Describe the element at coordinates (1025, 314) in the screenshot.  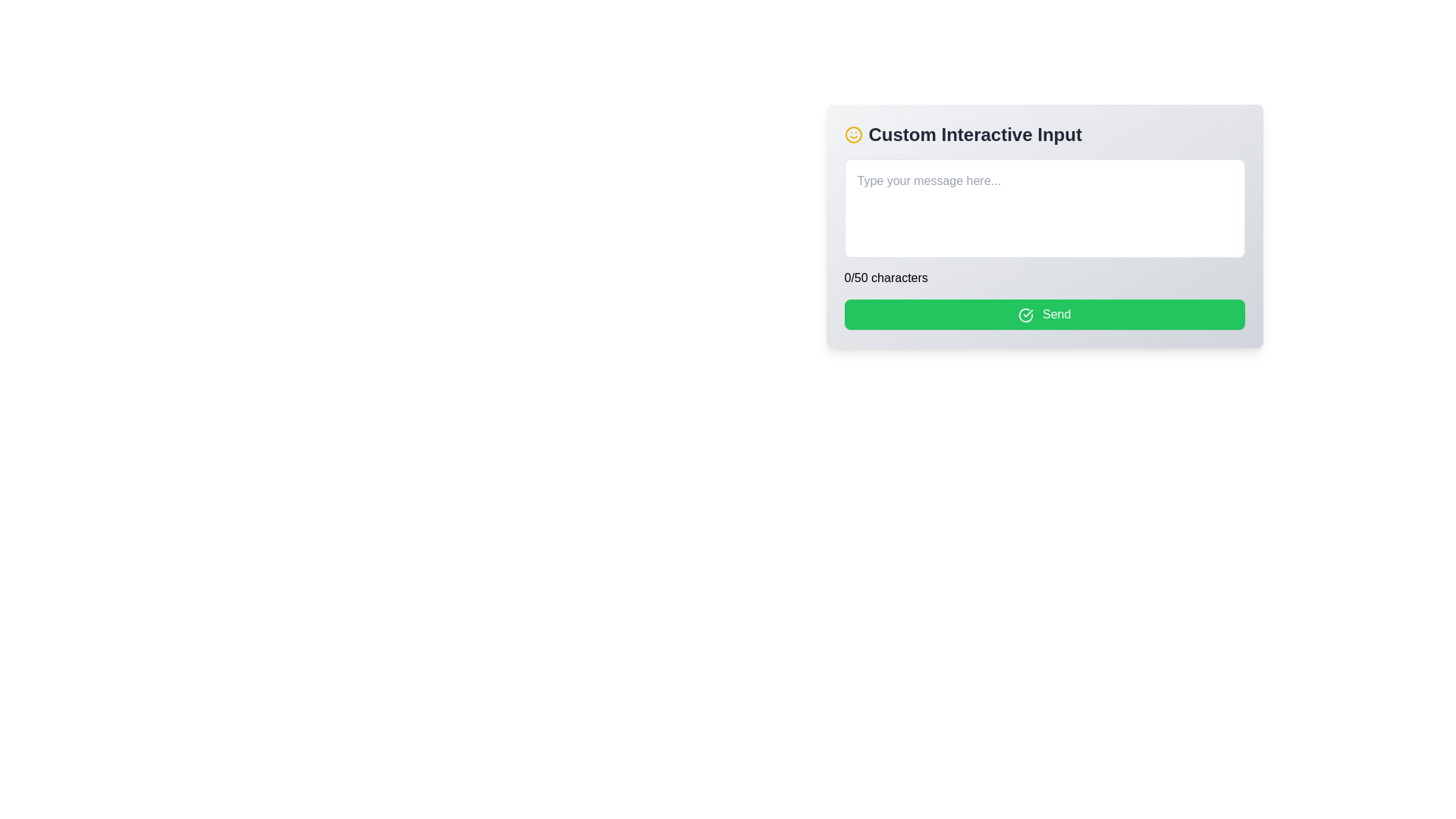
I see `the circular SVG icon located on the right side of the interface near the green 'Send' button` at that location.